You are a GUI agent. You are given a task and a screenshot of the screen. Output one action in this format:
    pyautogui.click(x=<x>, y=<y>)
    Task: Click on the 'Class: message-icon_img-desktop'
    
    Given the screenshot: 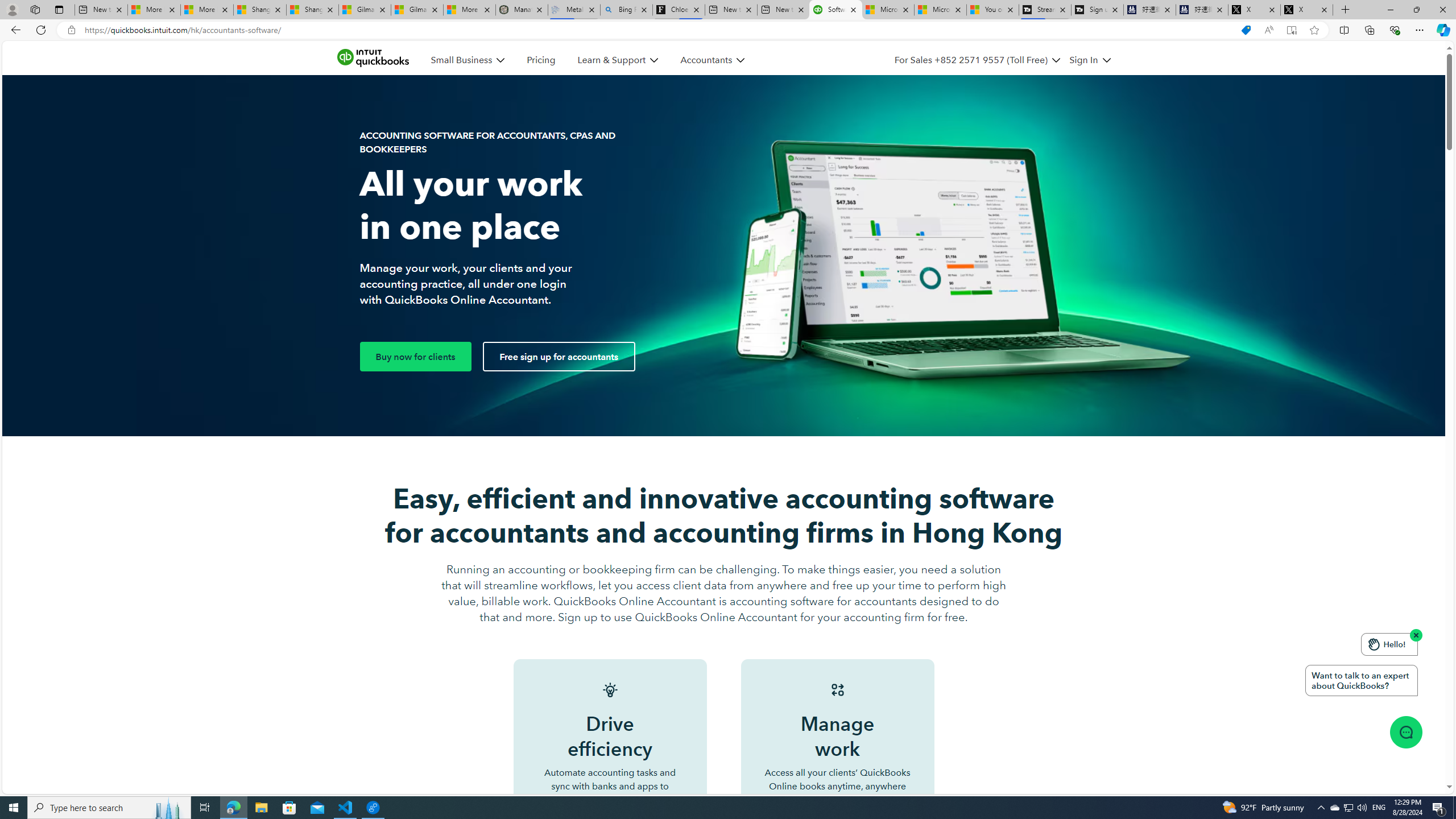 What is the action you would take?
    pyautogui.click(x=1405, y=731)
    